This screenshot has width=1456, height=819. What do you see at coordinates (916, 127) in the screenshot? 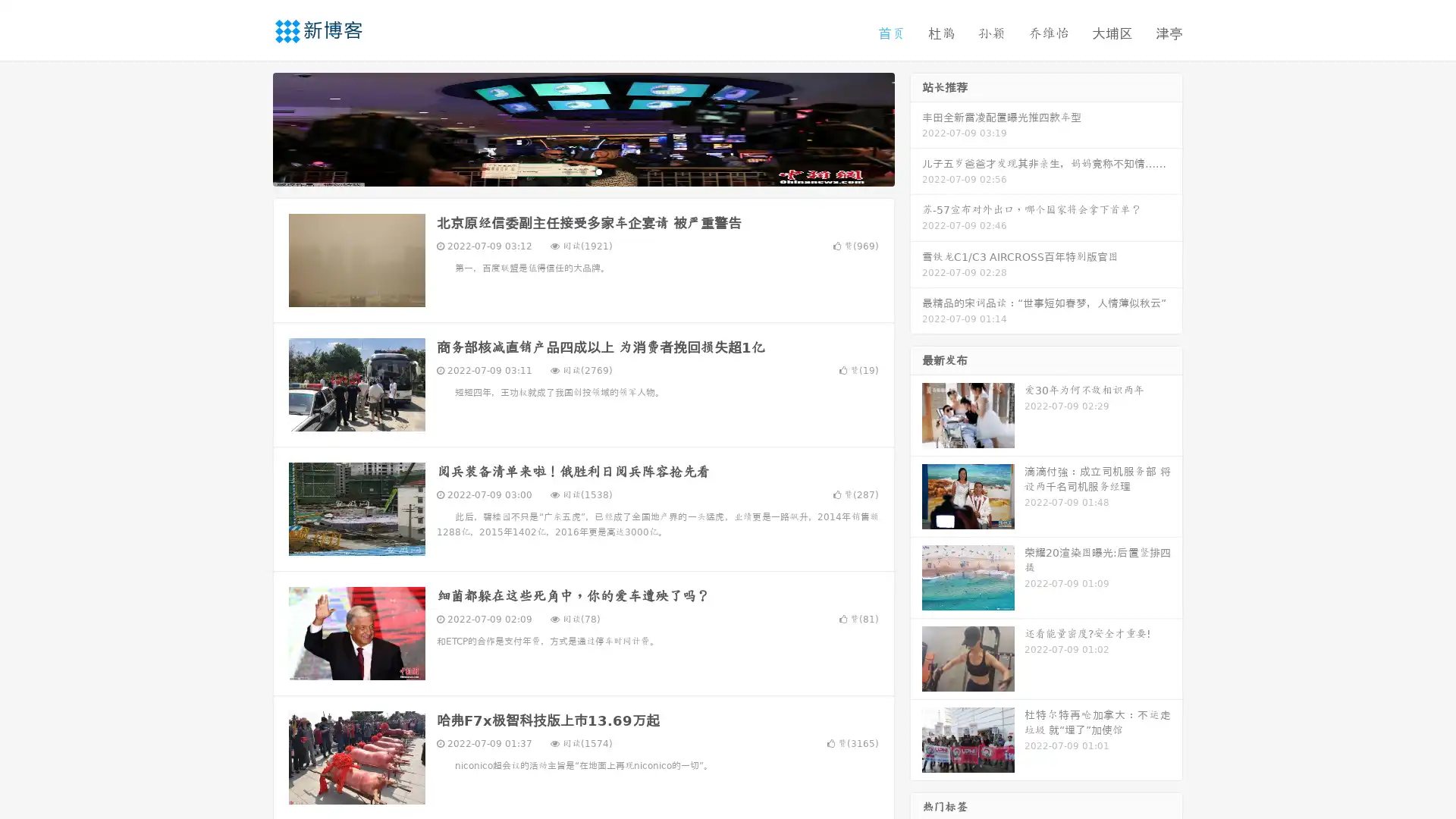
I see `Next slide` at bounding box center [916, 127].